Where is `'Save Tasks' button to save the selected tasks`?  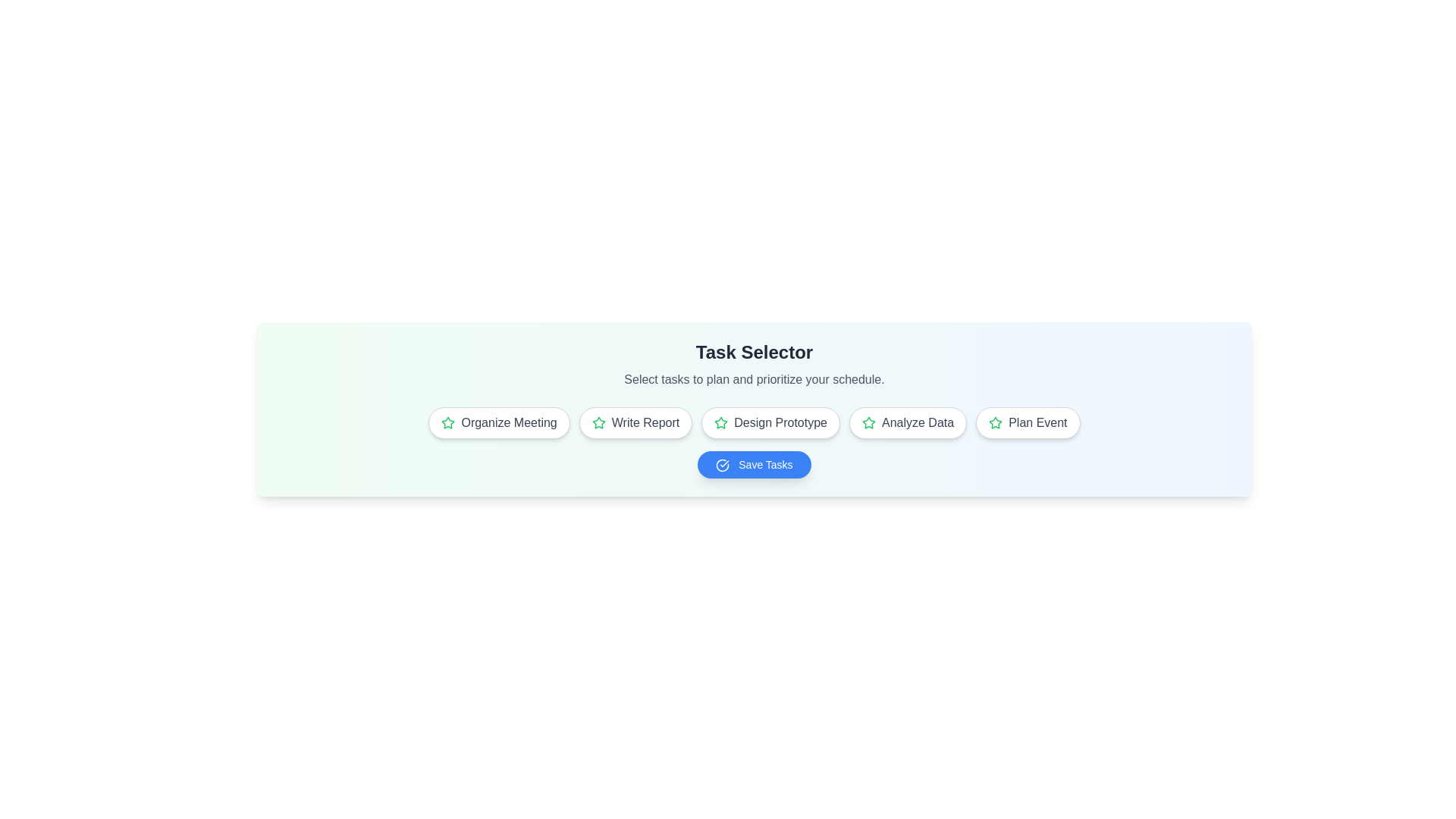
'Save Tasks' button to save the selected tasks is located at coordinates (754, 464).